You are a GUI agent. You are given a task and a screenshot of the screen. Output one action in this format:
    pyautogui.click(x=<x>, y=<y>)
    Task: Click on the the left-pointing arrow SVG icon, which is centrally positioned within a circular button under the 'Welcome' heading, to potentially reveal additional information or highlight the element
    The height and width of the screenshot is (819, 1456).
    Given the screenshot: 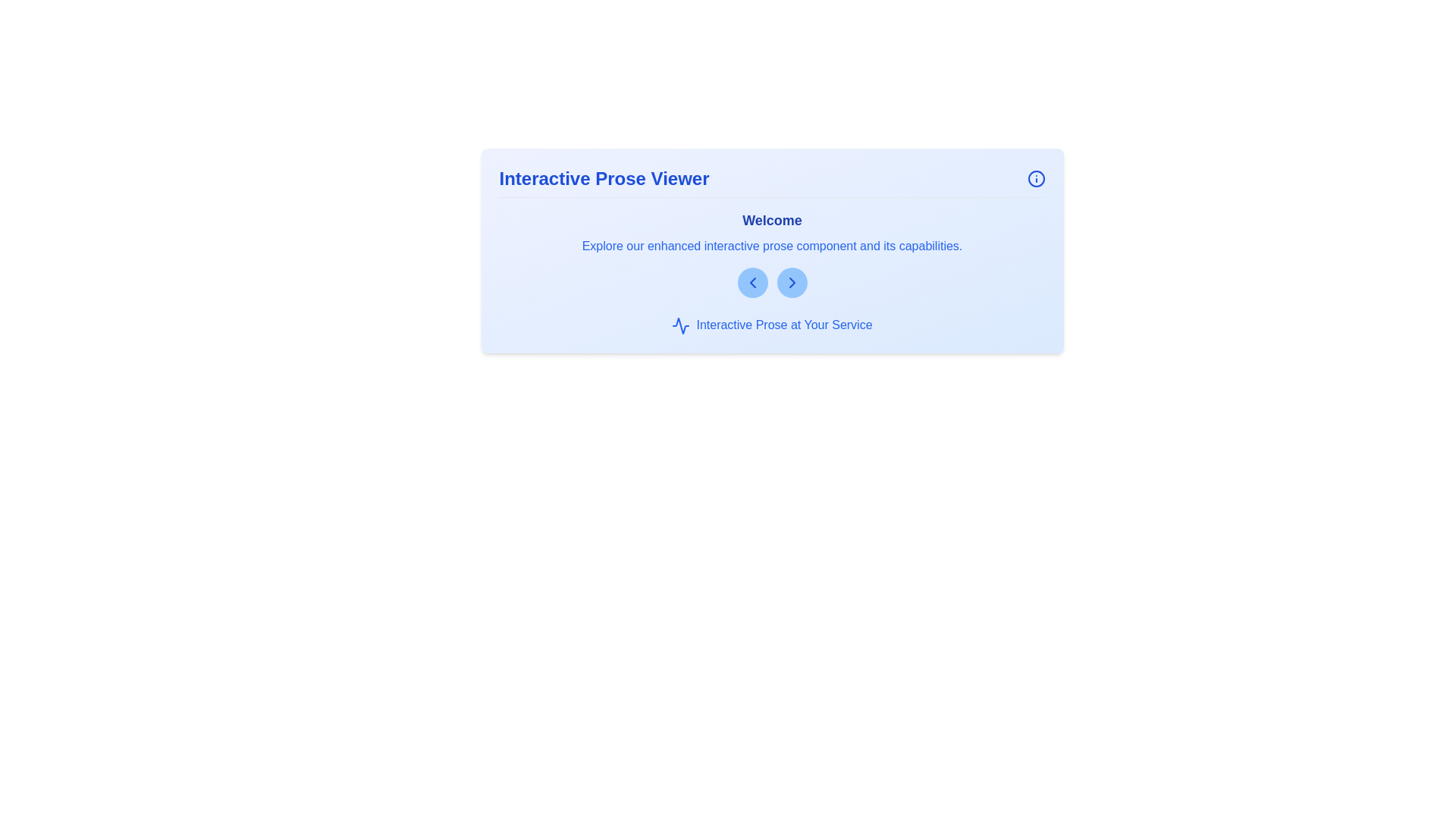 What is the action you would take?
    pyautogui.click(x=752, y=283)
    